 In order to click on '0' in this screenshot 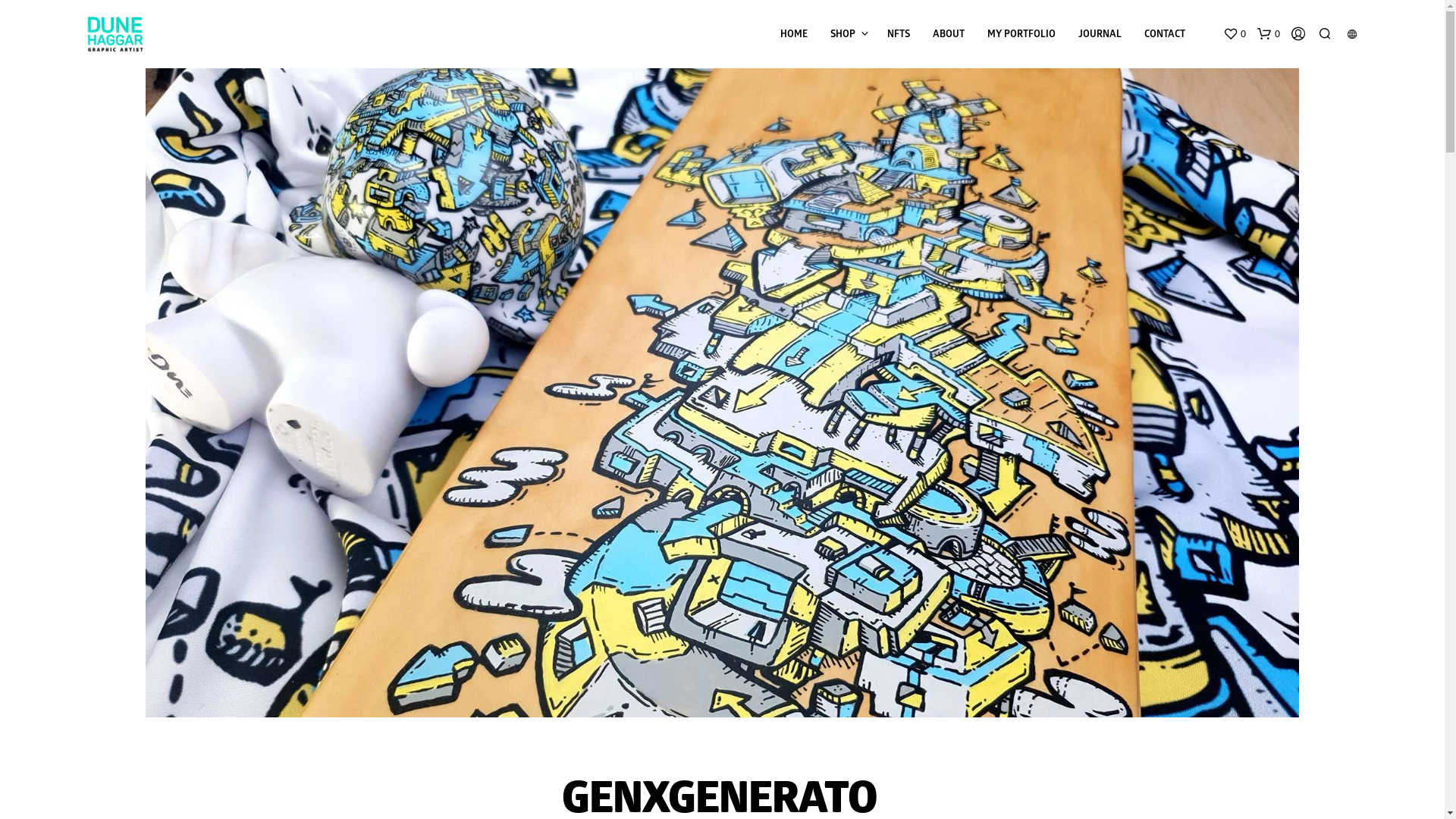, I will do `click(1234, 34)`.